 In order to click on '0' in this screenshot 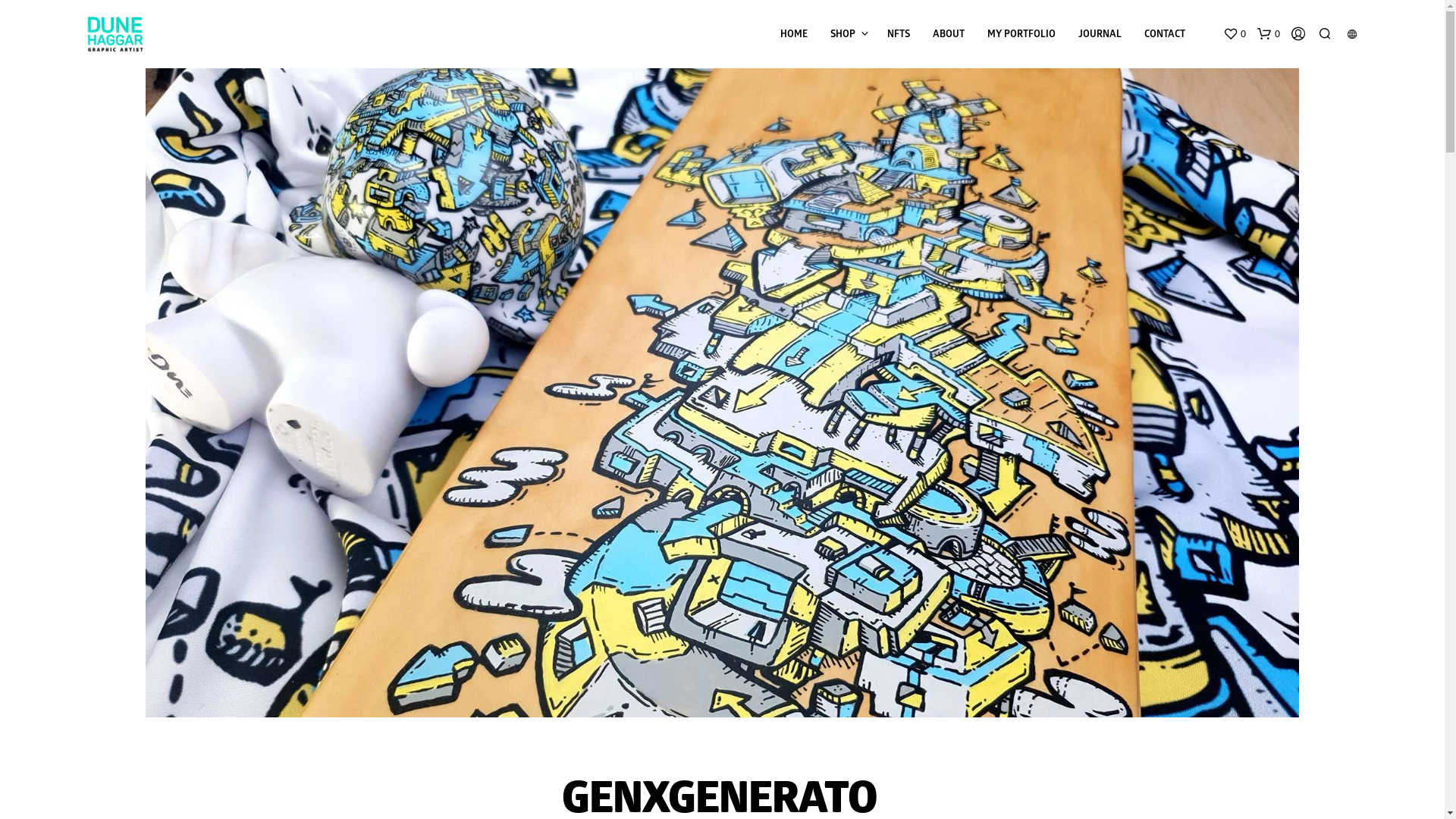, I will do `click(1234, 34)`.